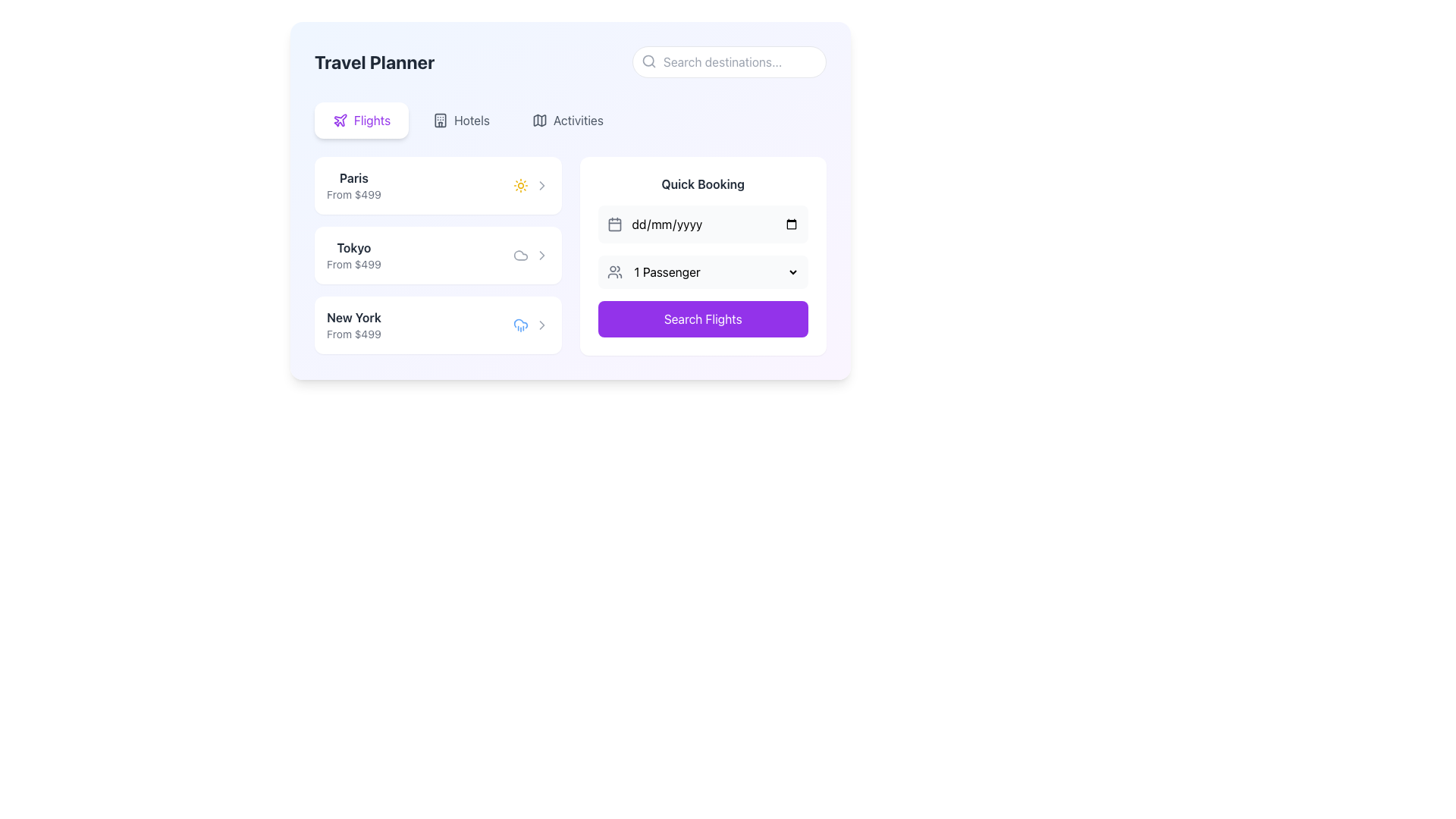 The width and height of the screenshot is (1456, 819). Describe the element at coordinates (437, 254) in the screenshot. I see `the travel destination option for 'Tokyo', the second item in the list under the 'Flights' tab of the 'Travel Planner' interface` at that location.